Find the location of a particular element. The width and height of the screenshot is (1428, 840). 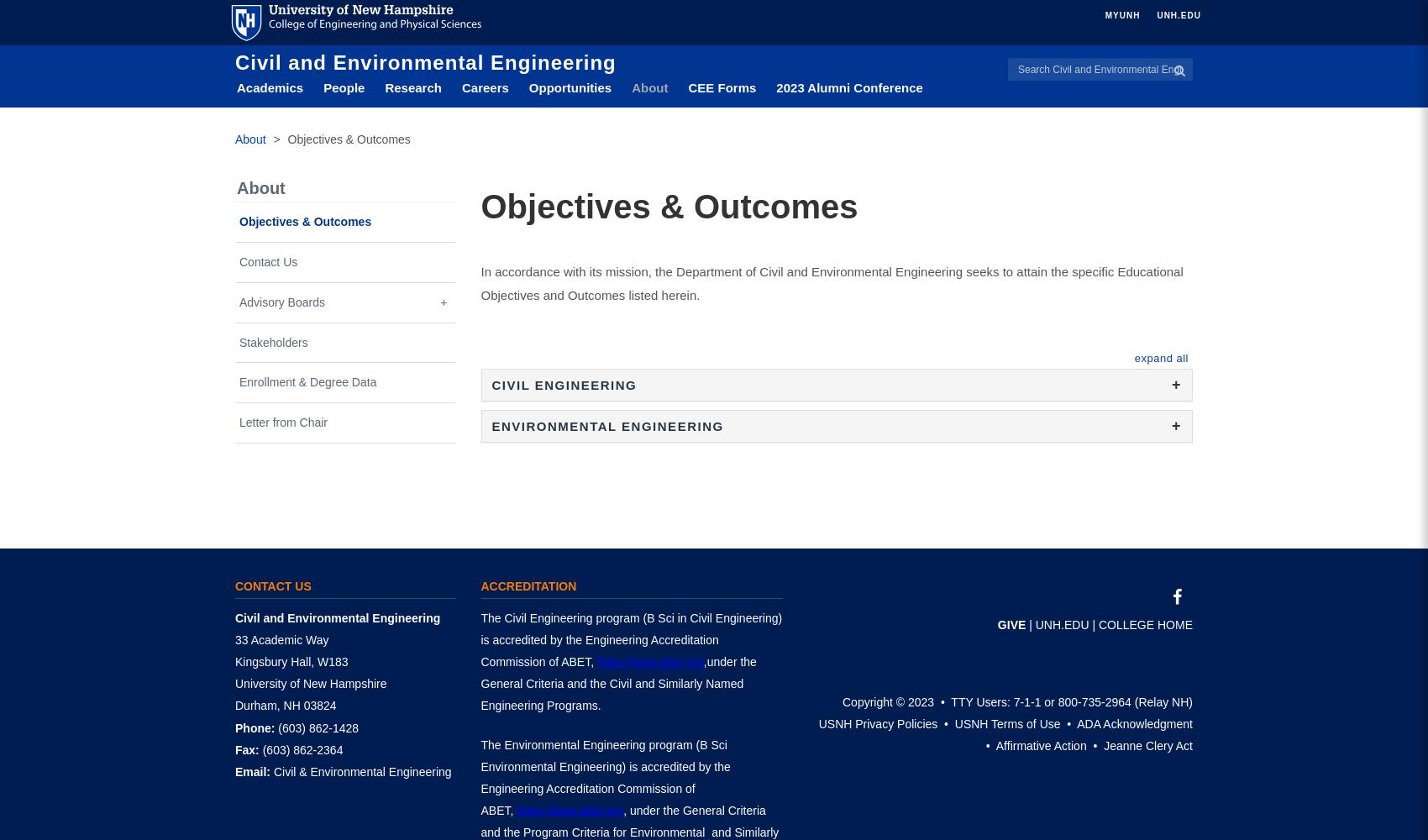

'Advisory Boards' is located at coordinates (281, 301).